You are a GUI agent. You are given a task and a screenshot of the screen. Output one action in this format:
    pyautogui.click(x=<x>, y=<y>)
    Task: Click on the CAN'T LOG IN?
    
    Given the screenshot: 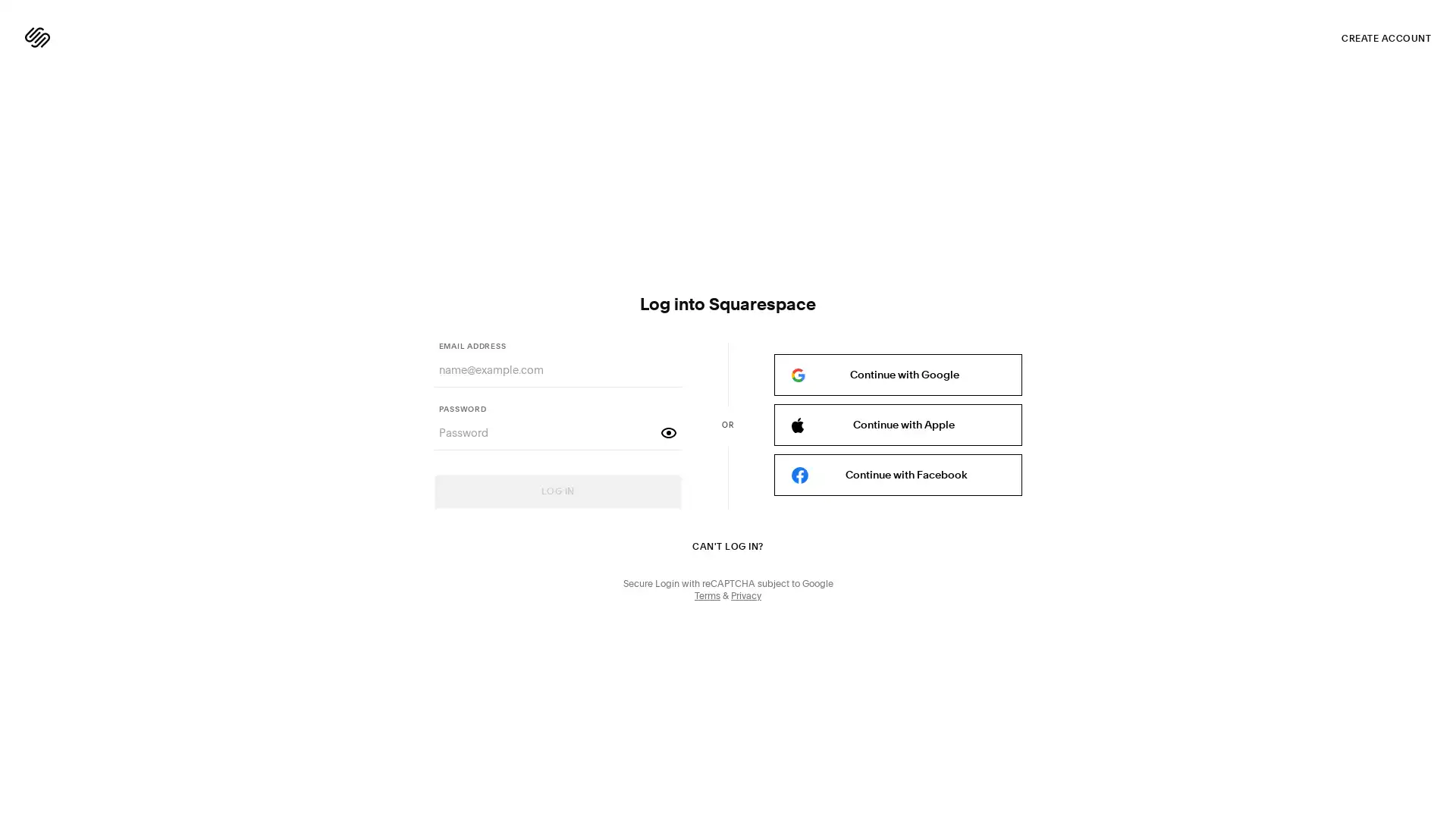 What is the action you would take?
    pyautogui.click(x=726, y=547)
    